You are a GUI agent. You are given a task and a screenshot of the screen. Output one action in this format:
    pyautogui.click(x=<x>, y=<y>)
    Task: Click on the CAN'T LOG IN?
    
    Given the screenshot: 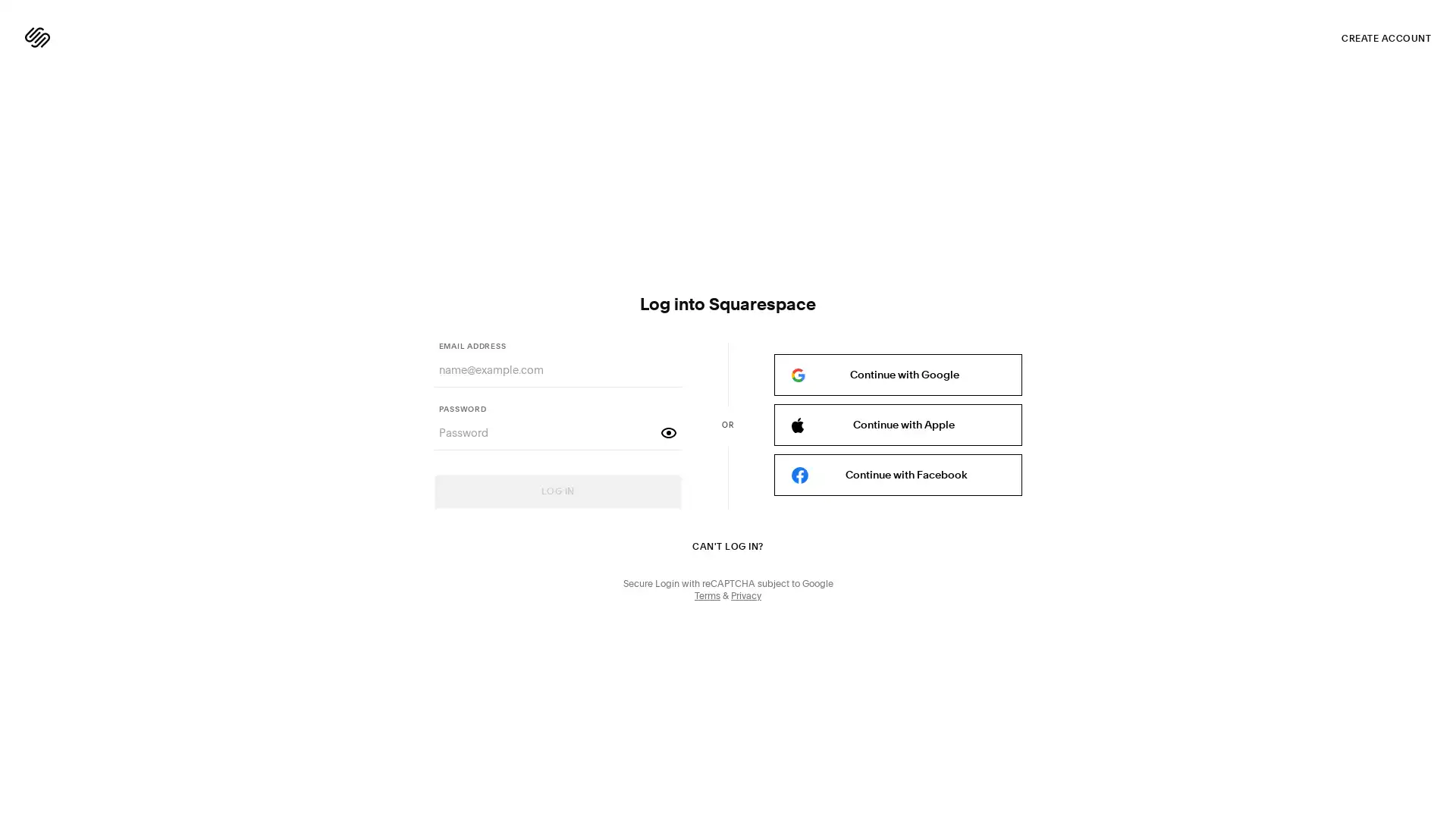 What is the action you would take?
    pyautogui.click(x=726, y=547)
    